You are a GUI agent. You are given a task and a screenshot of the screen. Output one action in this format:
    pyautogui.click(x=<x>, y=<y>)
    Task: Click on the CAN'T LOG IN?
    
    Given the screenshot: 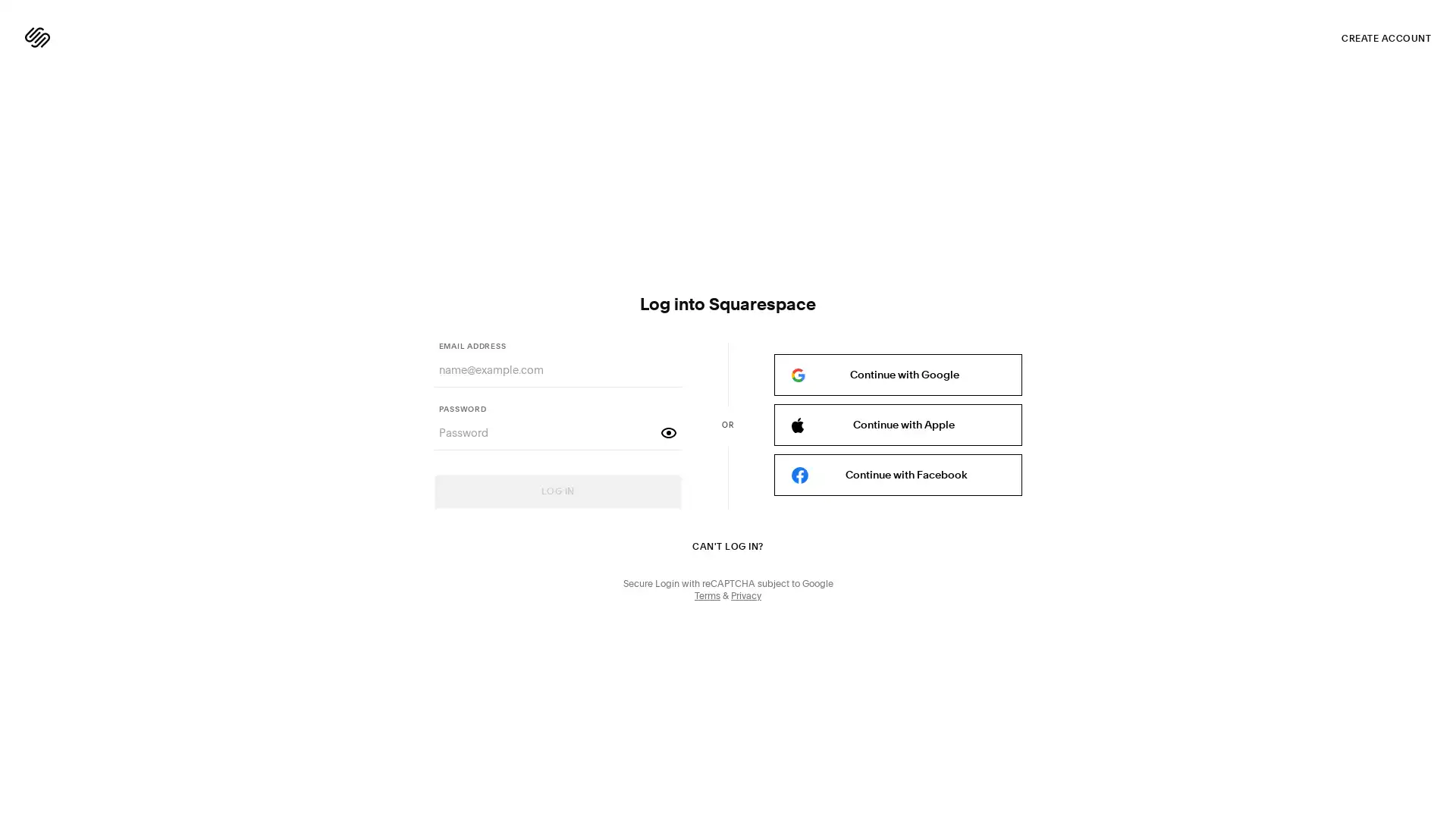 What is the action you would take?
    pyautogui.click(x=726, y=547)
    